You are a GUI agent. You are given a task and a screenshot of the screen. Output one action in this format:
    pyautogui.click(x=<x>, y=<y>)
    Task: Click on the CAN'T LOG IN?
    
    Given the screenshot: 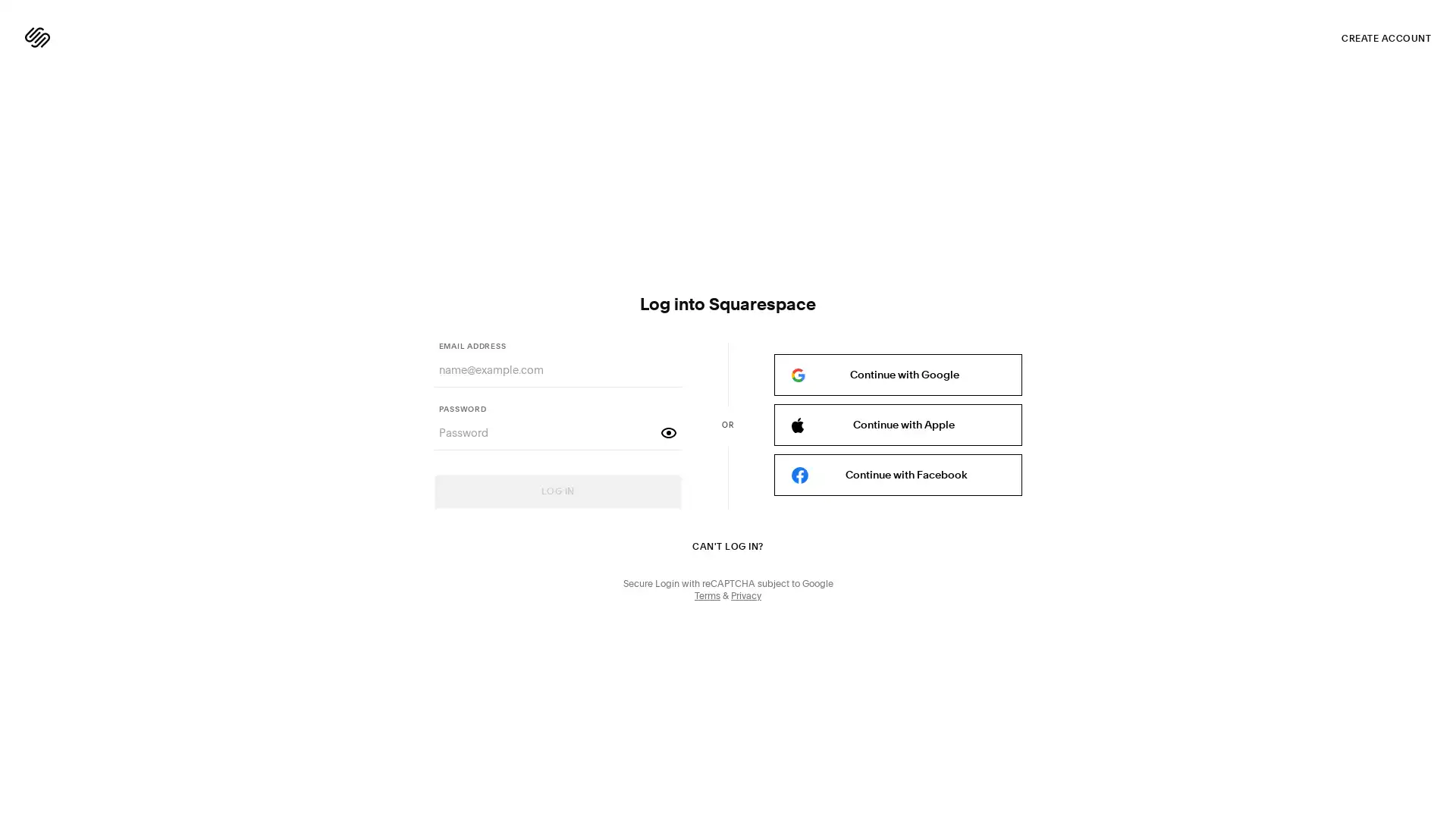 What is the action you would take?
    pyautogui.click(x=726, y=547)
    